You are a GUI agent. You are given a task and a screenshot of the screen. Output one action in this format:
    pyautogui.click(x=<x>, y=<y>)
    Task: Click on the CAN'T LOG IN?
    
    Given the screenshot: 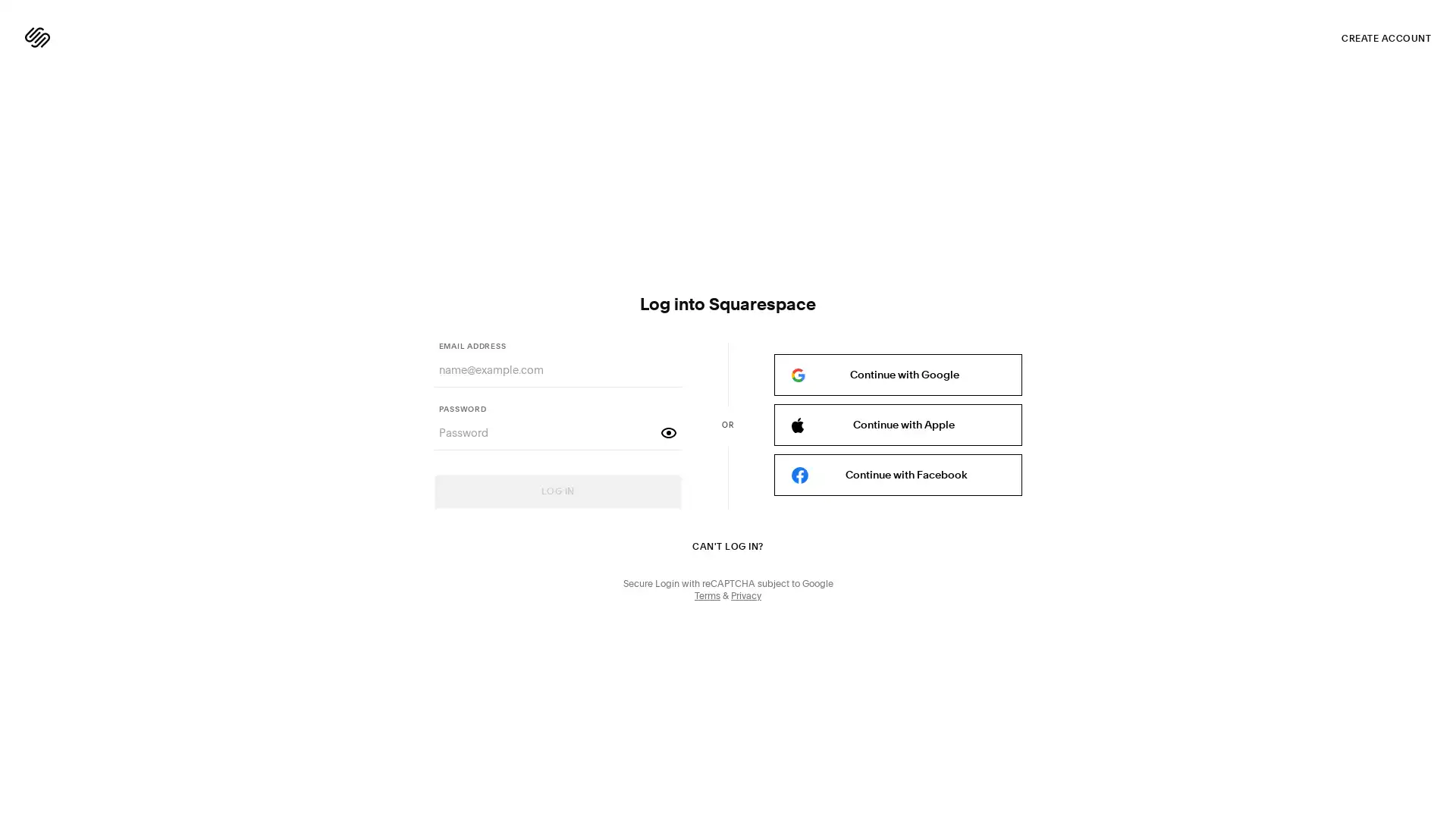 What is the action you would take?
    pyautogui.click(x=726, y=547)
    